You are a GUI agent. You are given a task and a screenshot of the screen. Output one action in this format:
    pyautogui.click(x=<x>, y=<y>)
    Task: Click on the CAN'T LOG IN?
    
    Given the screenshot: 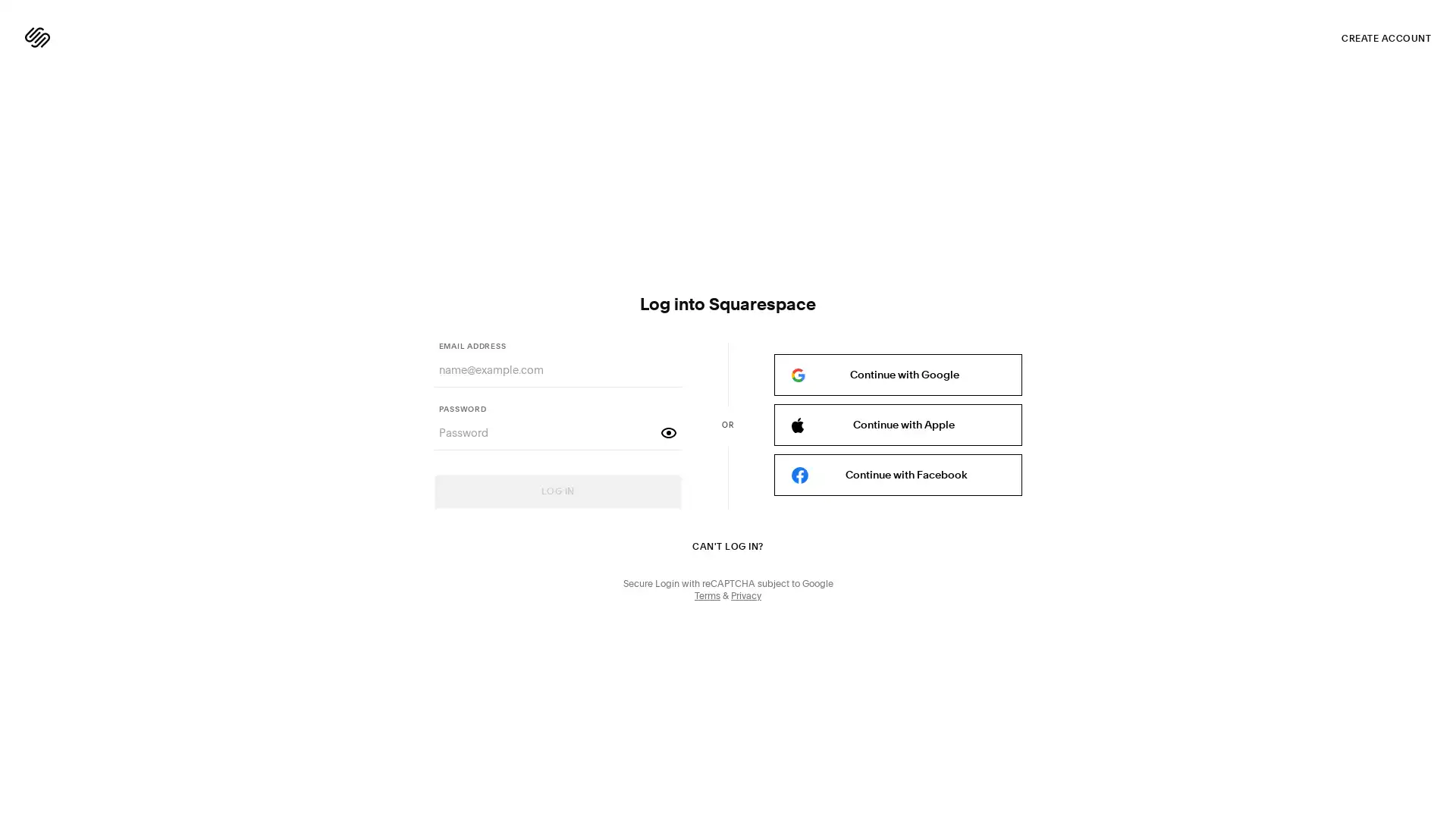 What is the action you would take?
    pyautogui.click(x=726, y=547)
    